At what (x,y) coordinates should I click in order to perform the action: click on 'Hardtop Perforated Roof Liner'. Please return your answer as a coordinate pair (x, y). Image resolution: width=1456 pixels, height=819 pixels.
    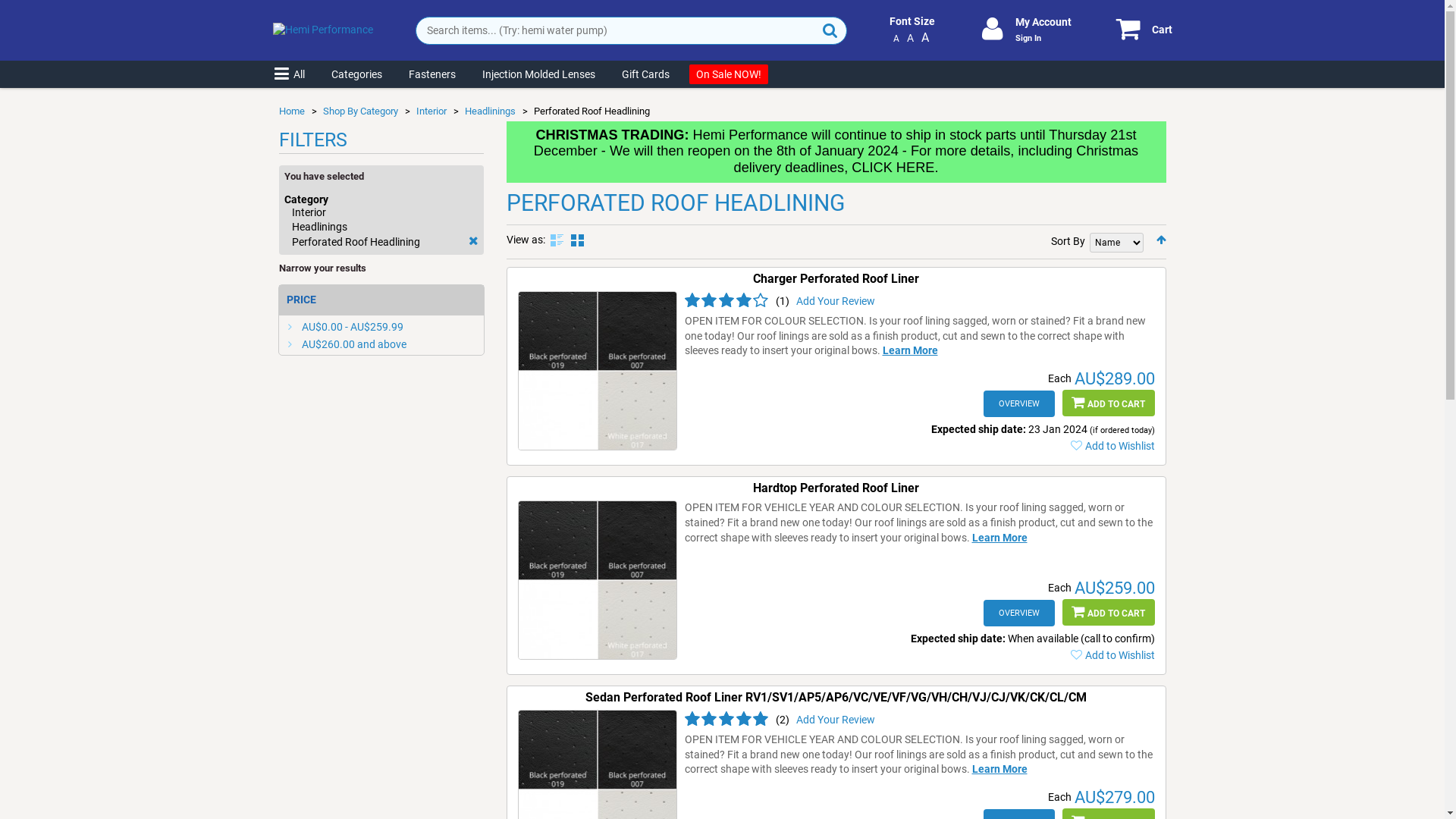
    Looking at the image, I should click on (835, 488).